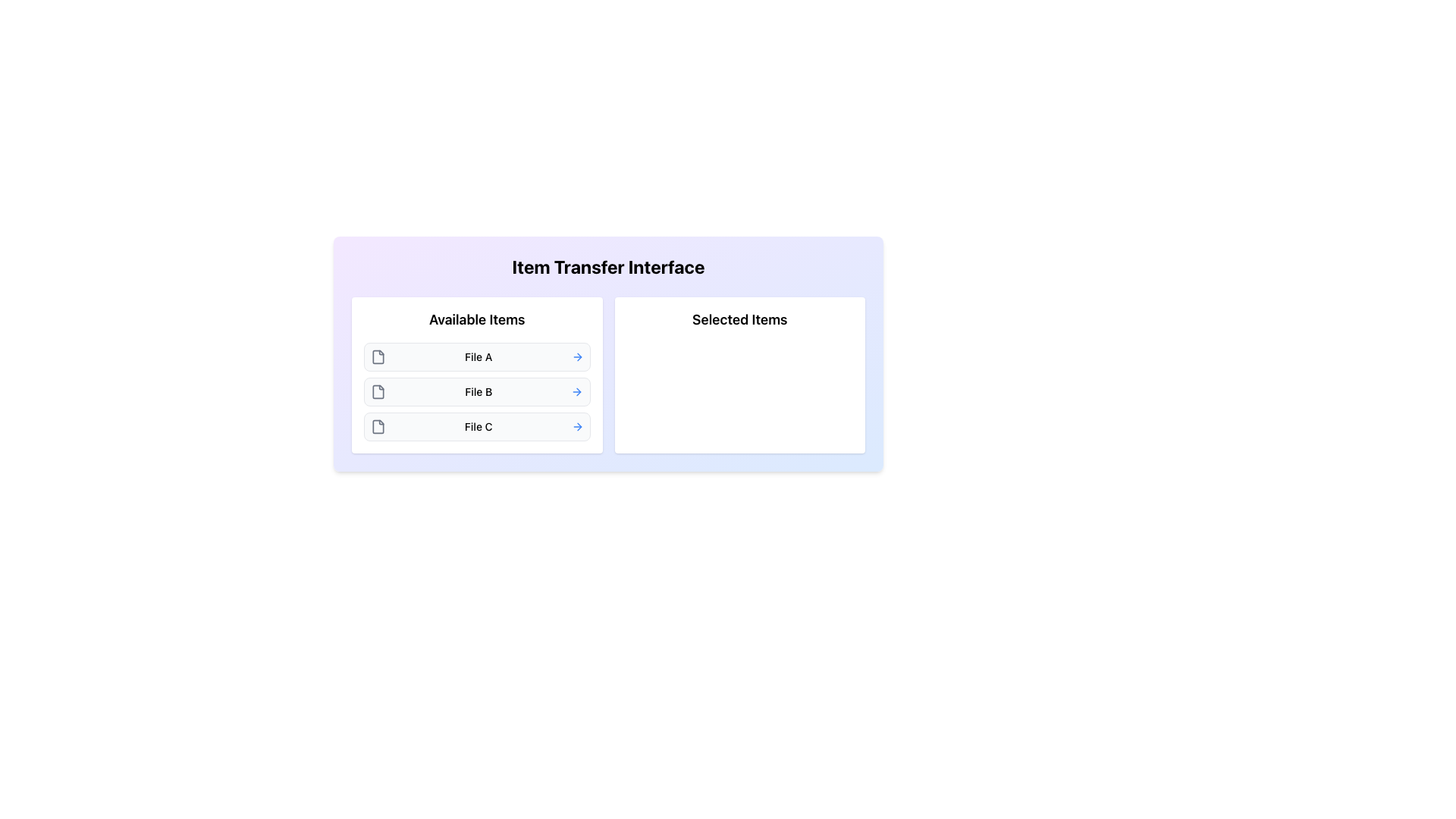 The height and width of the screenshot is (819, 1456). I want to click on the icon resembling a document or file, which is the third item in the vertical stack under the 'Available Items' section, located to the left of the label 'File C', so click(378, 427).